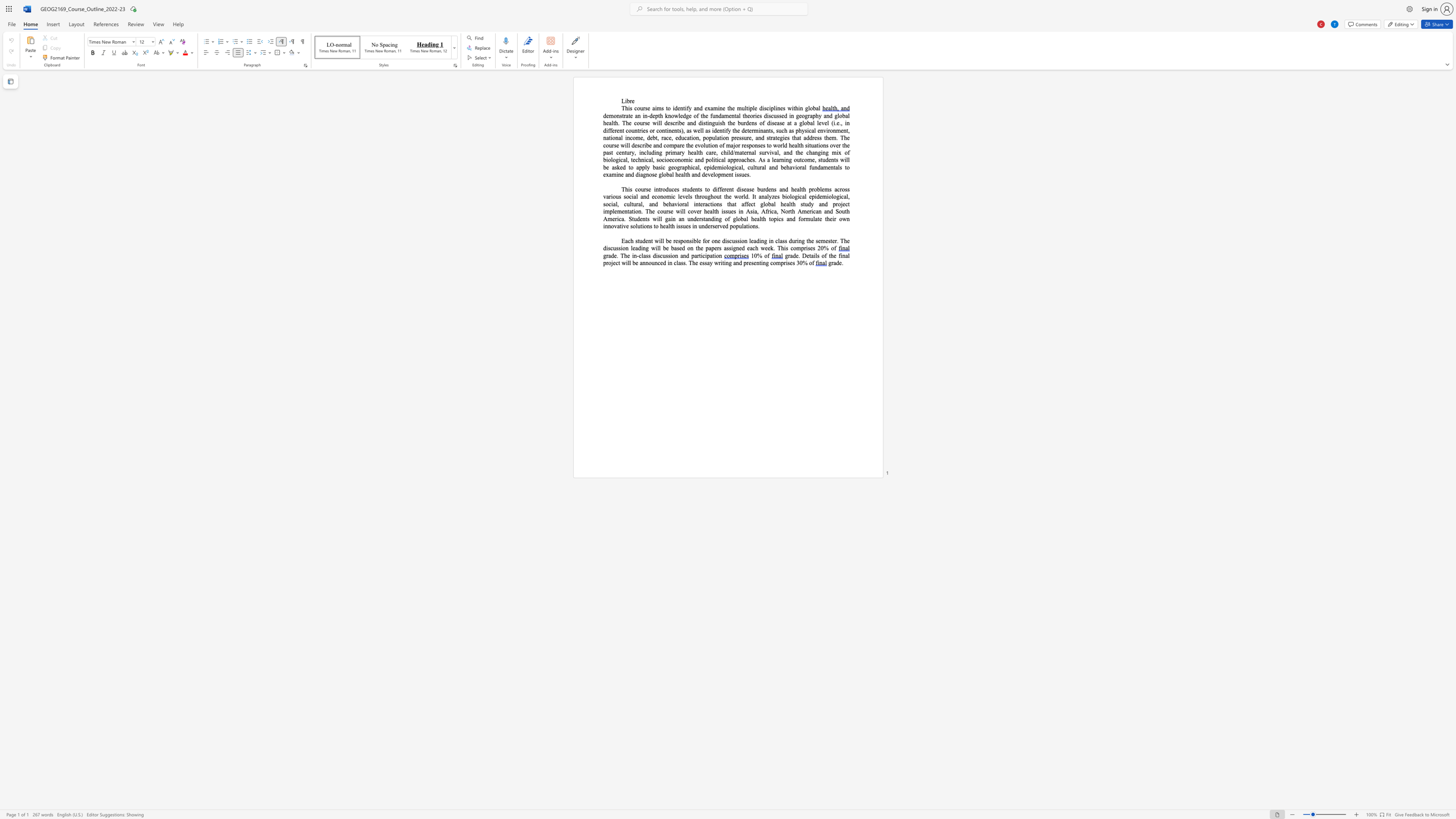 This screenshot has width=1456, height=819. Describe the element at coordinates (626, 108) in the screenshot. I see `the 1th character "h" in the text` at that location.